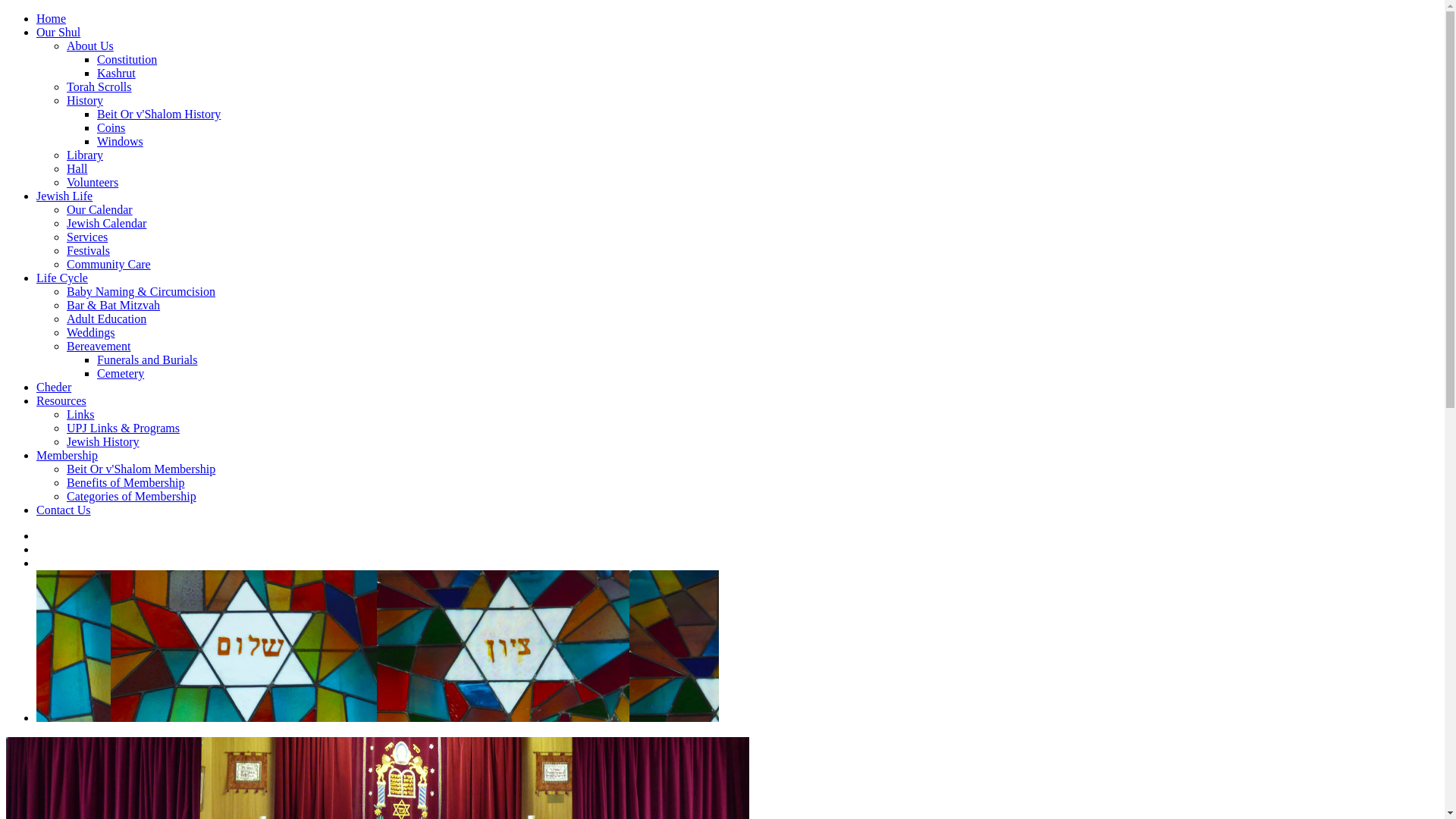 The image size is (1456, 819). I want to click on 'Coins', so click(96, 127).